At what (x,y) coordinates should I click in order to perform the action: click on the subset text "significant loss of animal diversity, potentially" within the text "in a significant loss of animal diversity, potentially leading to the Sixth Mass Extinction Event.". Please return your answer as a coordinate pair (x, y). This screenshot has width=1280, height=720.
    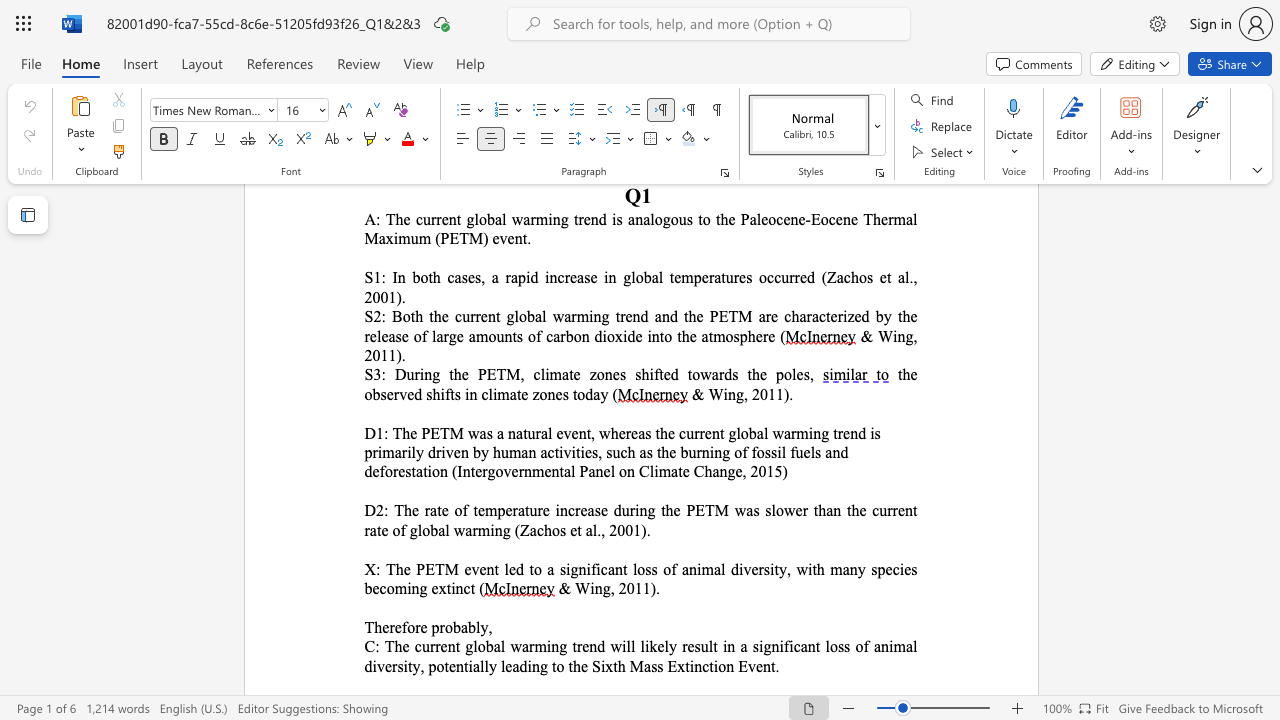
    Looking at the image, I should click on (751, 646).